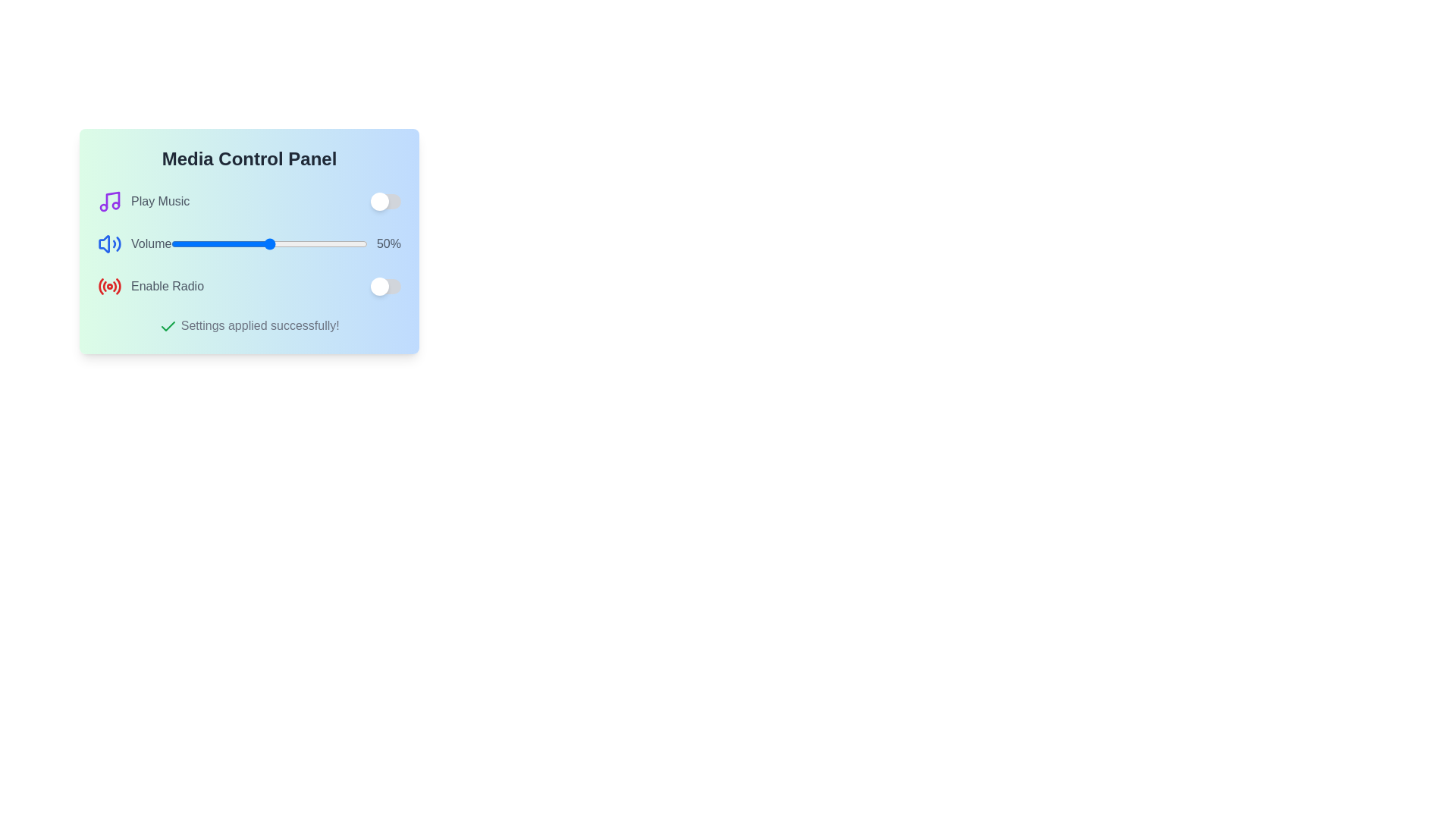  What do you see at coordinates (379, 287) in the screenshot?
I see `the toggle knob located at the leftmost point of the toggle switch track in the 'Enable Radio' section of the Media Control Panel` at bounding box center [379, 287].